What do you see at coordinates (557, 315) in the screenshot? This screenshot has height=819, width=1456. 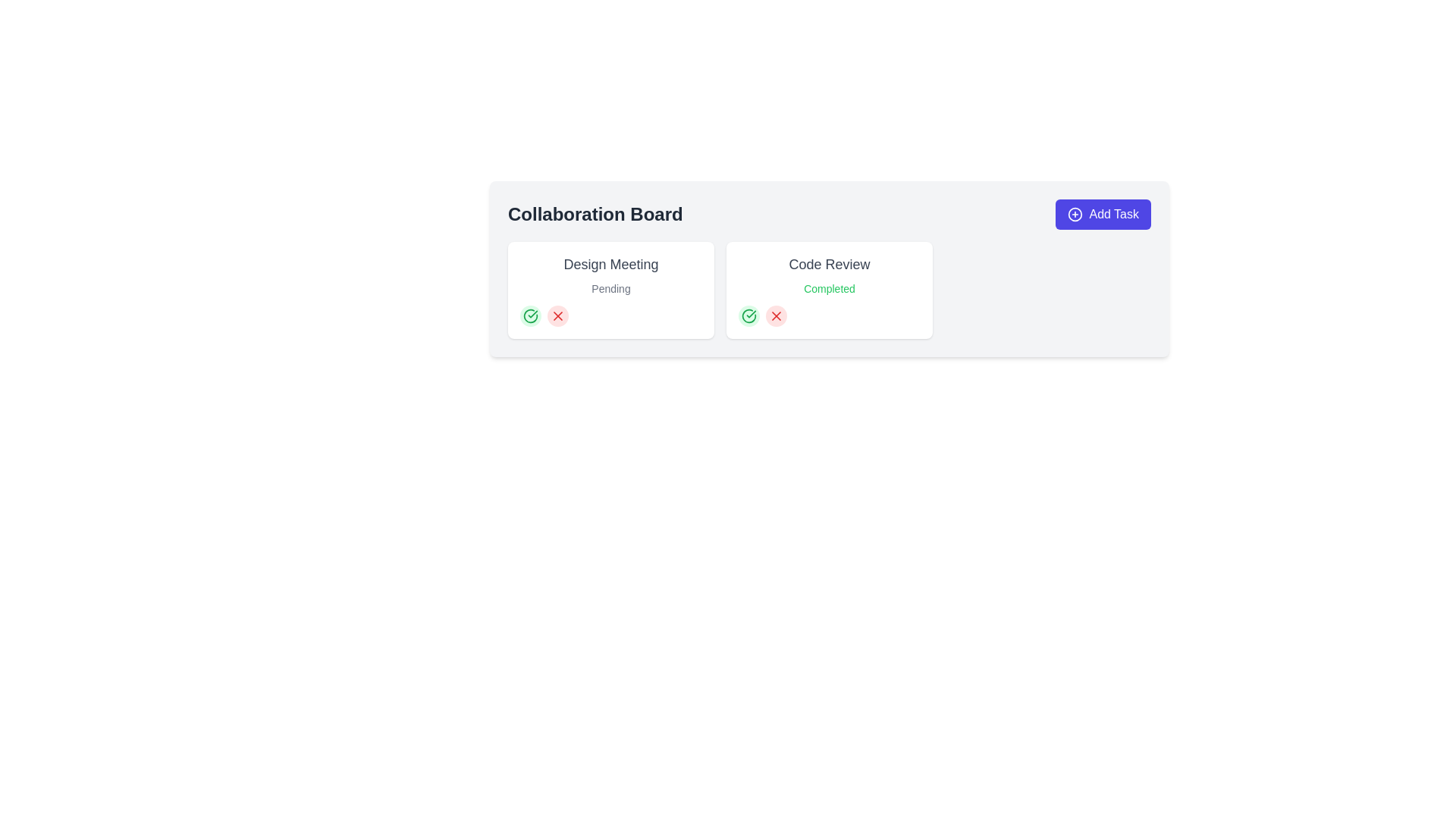 I see `the cancel icon located in the 'Design Meeting' section of the 'Collaboration Board', positioned next to the green checkmark symbol` at bounding box center [557, 315].